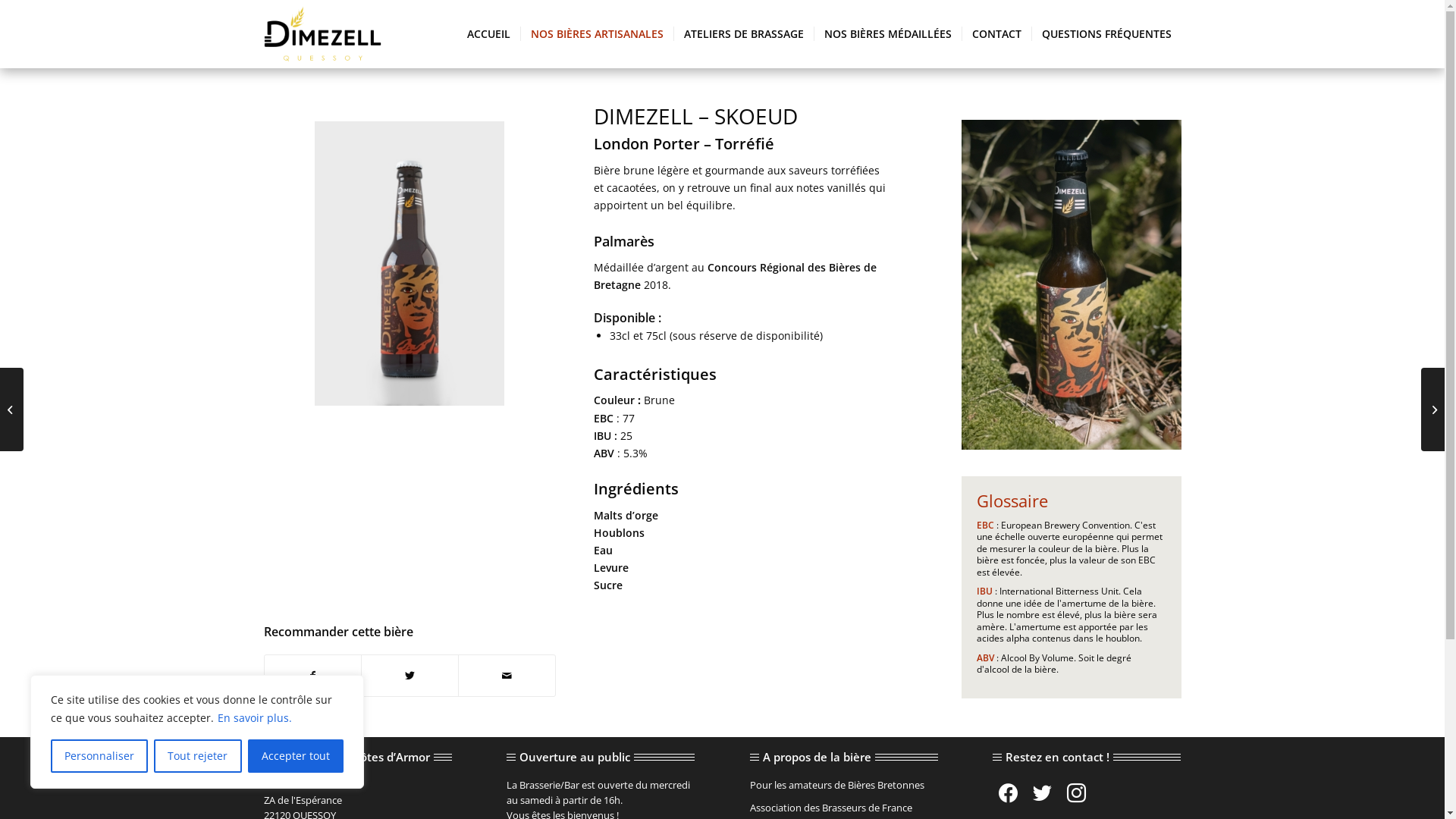 Image resolution: width=1456 pixels, height=819 pixels. I want to click on 'Association des Brasseurs de France', so click(749, 807).